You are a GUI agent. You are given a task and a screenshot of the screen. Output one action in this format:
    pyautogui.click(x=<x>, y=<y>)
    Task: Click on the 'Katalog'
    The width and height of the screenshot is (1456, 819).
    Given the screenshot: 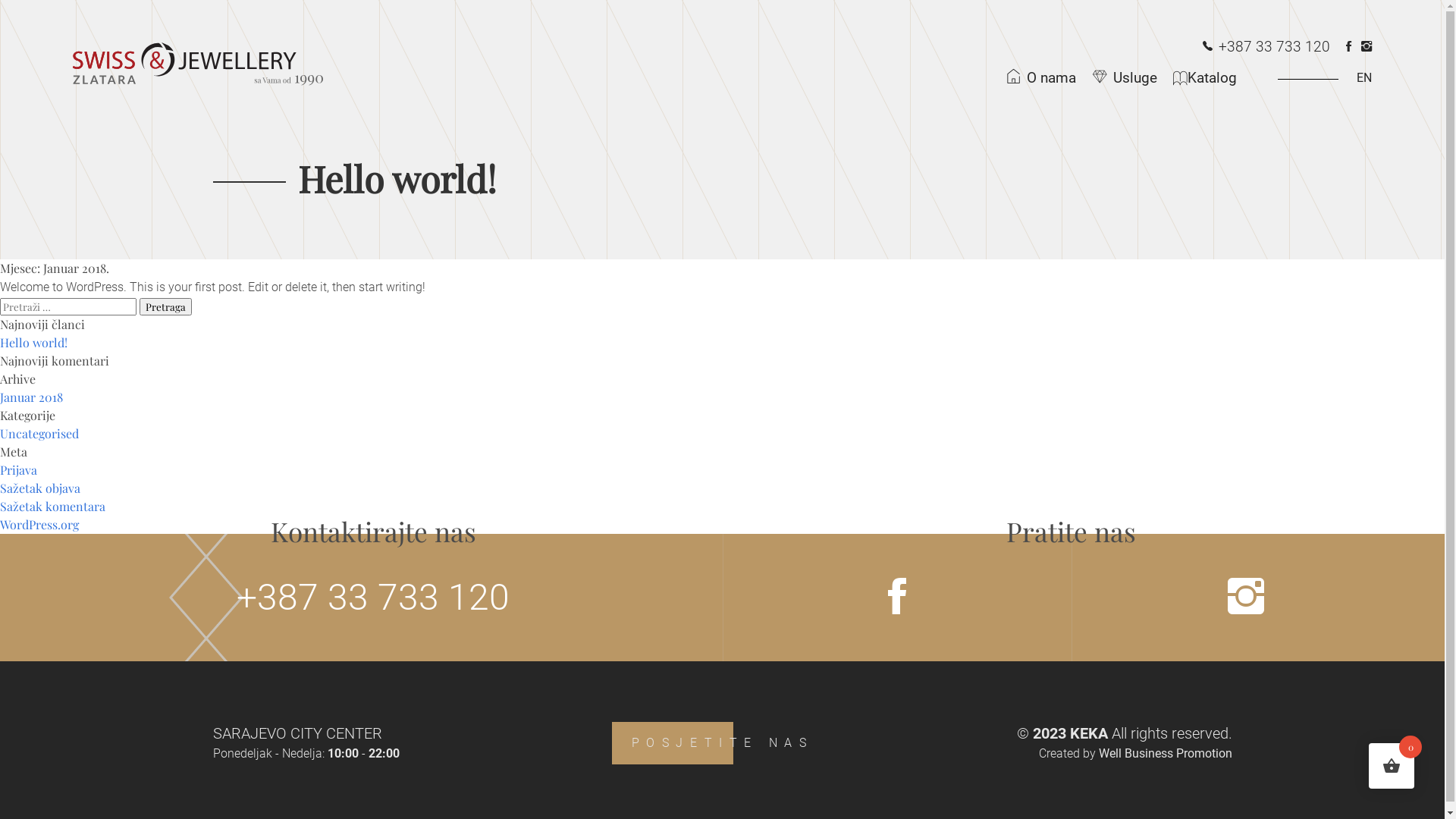 What is the action you would take?
    pyautogui.click(x=1211, y=78)
    